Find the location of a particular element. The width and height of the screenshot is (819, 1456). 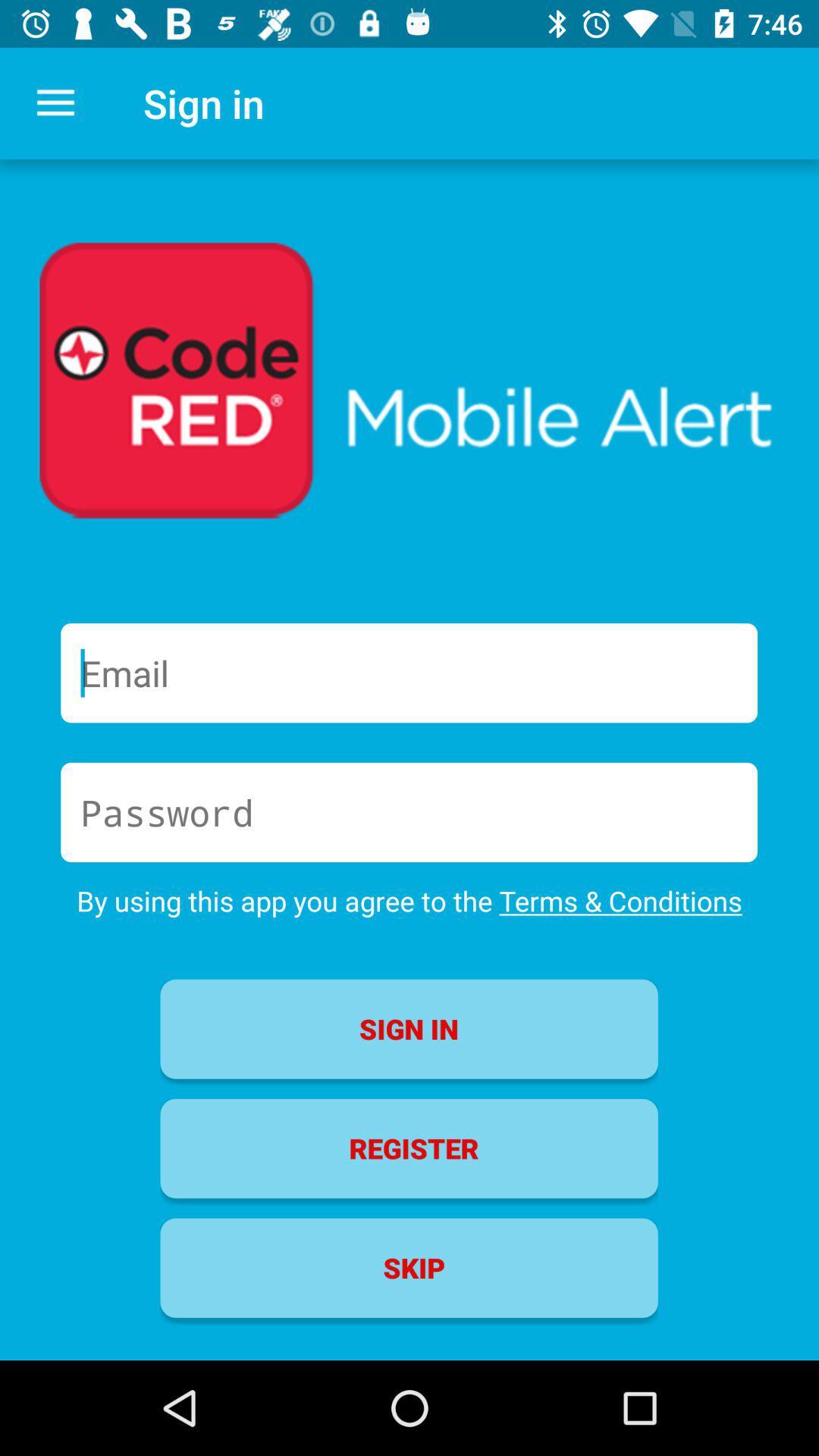

the icon above the sign in is located at coordinates (409, 901).